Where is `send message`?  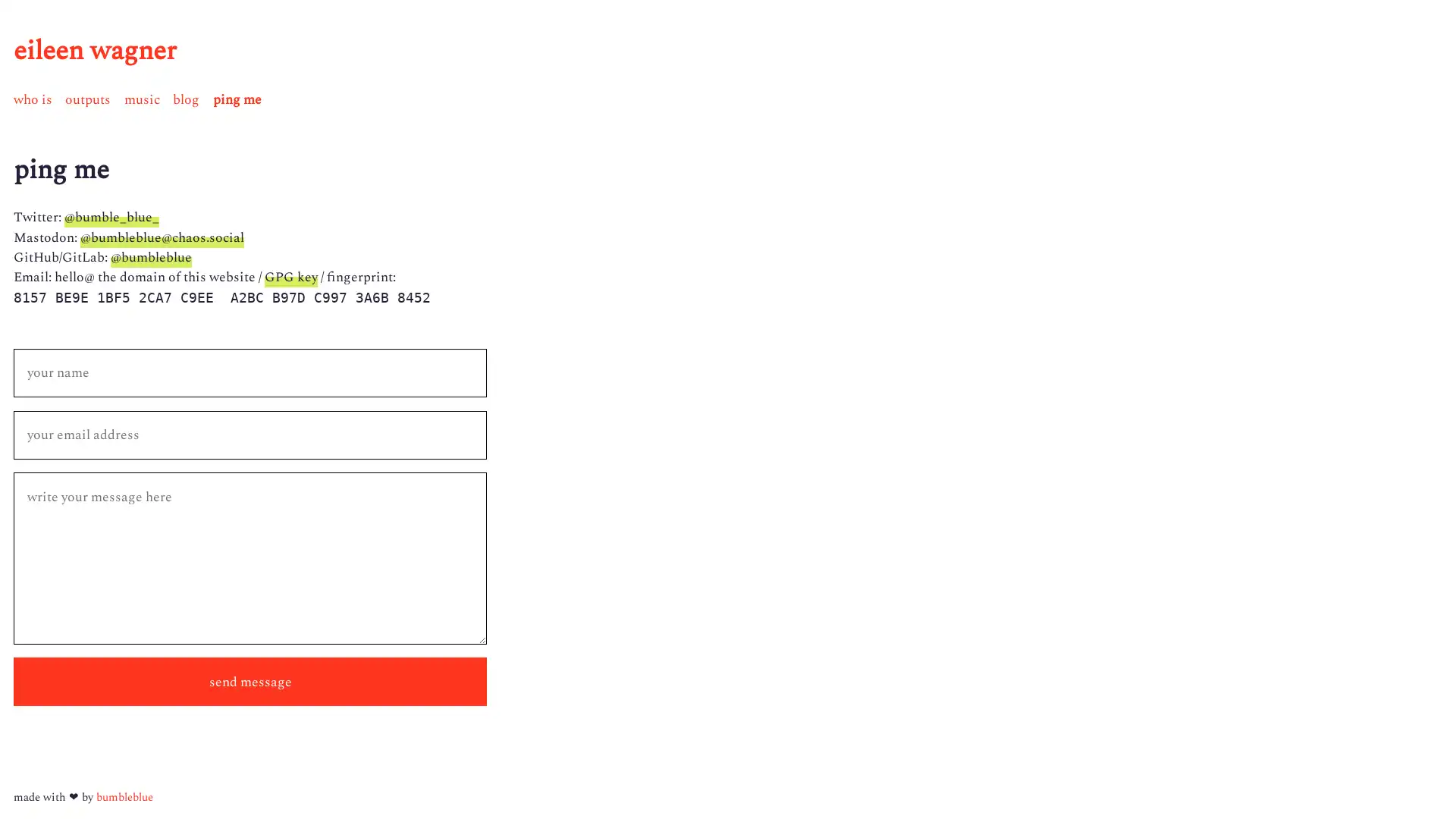 send message is located at coordinates (249, 680).